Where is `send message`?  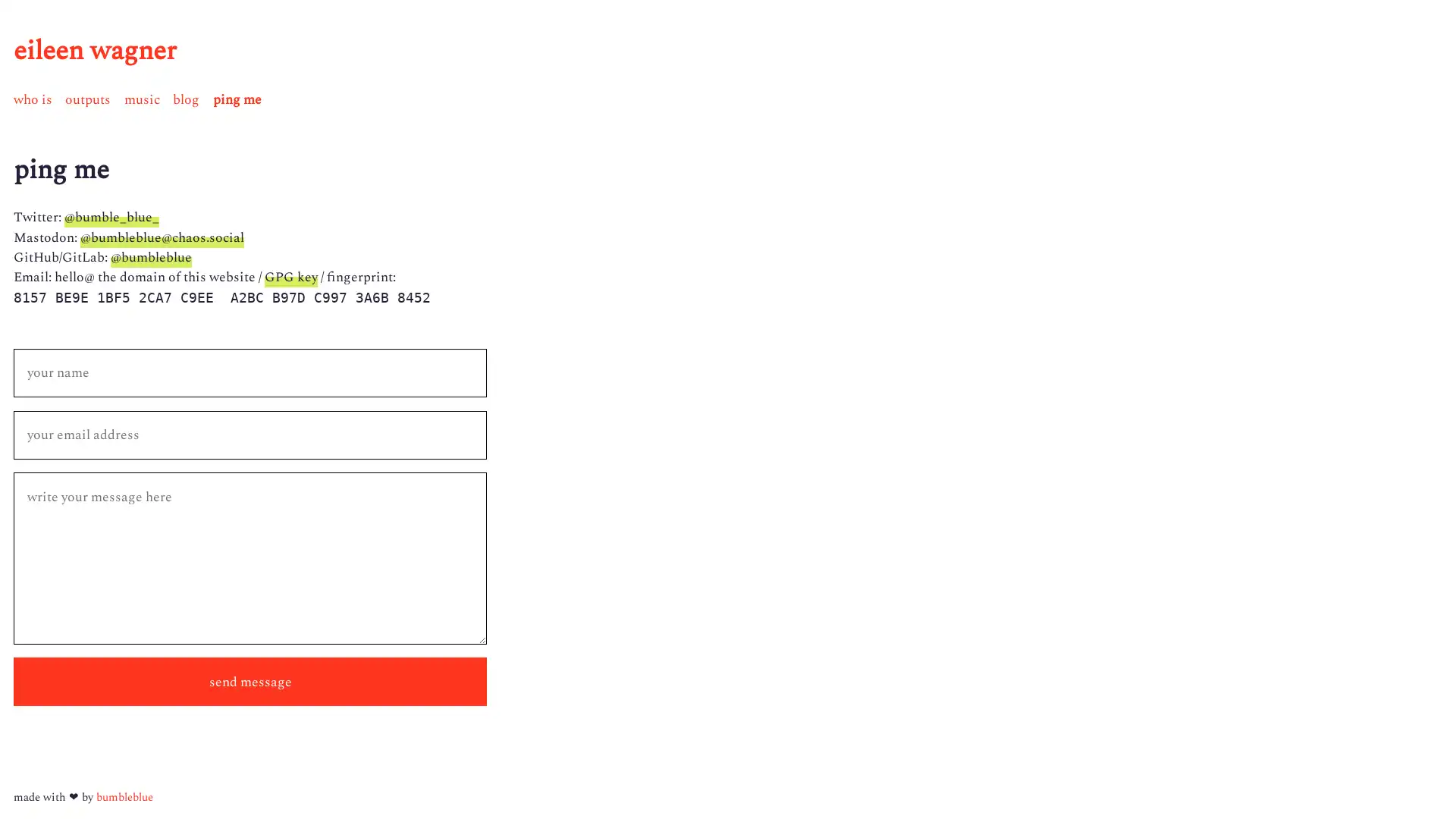 send message is located at coordinates (249, 680).